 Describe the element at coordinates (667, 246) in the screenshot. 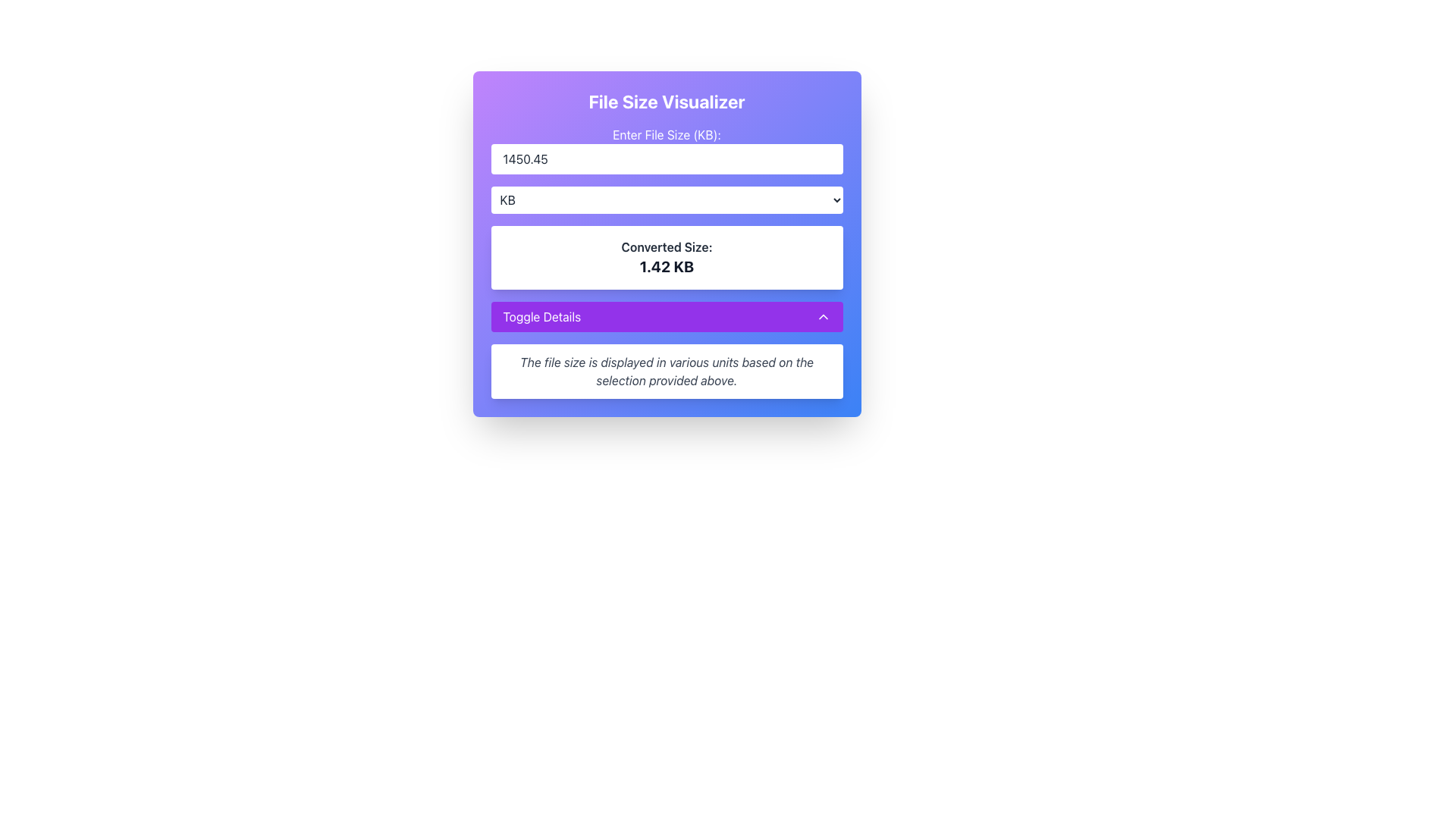

I see `text label that says 'Converted Size:' which is styled in dark gray and bold, positioned above the numerical value '1.42 KB'` at that location.